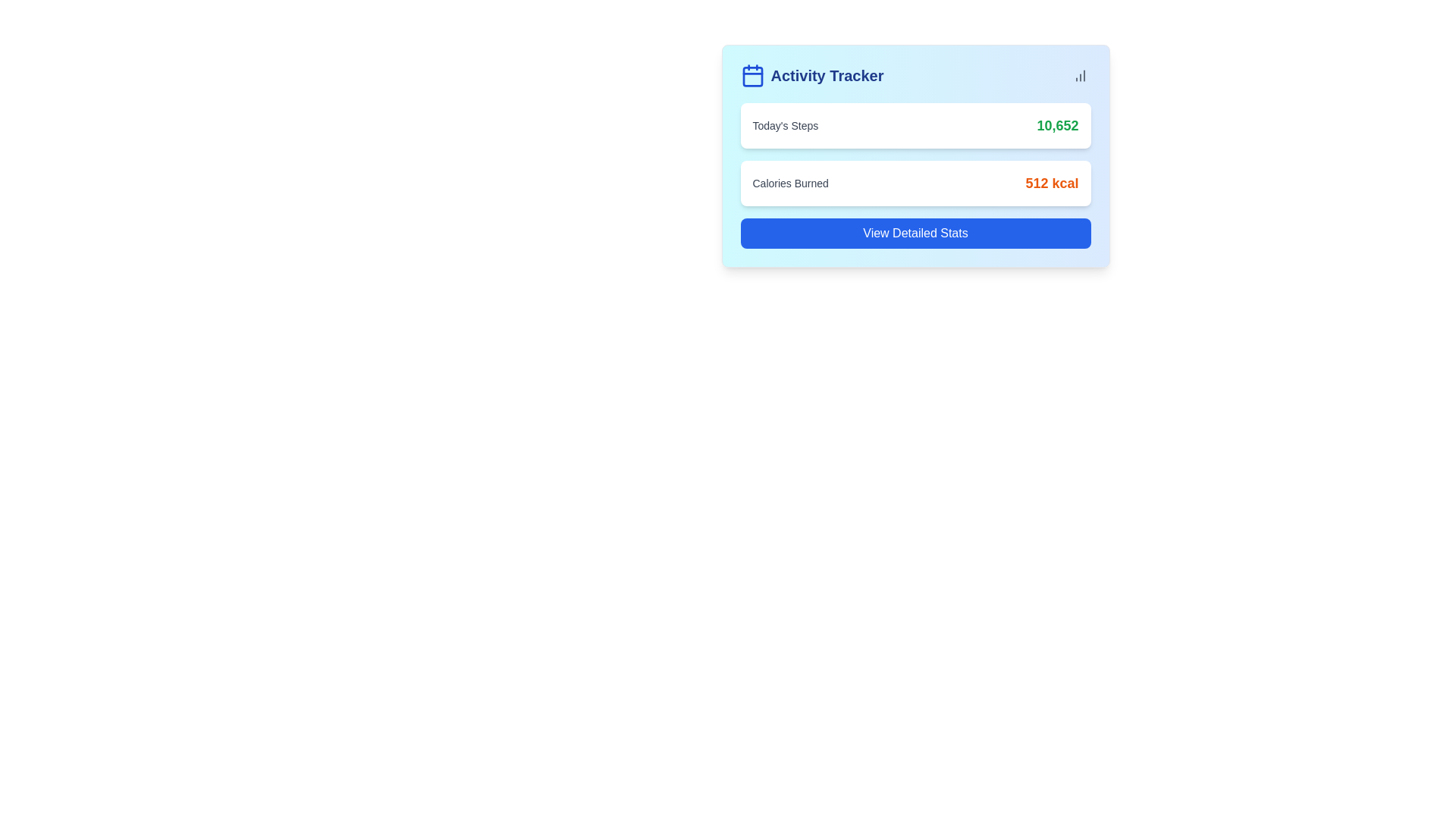 The height and width of the screenshot is (819, 1456). I want to click on the 'Calories Burned' information display card that features a white background, rounded corners, and displays '512 kcal' in bold orange font on the right, so click(915, 183).